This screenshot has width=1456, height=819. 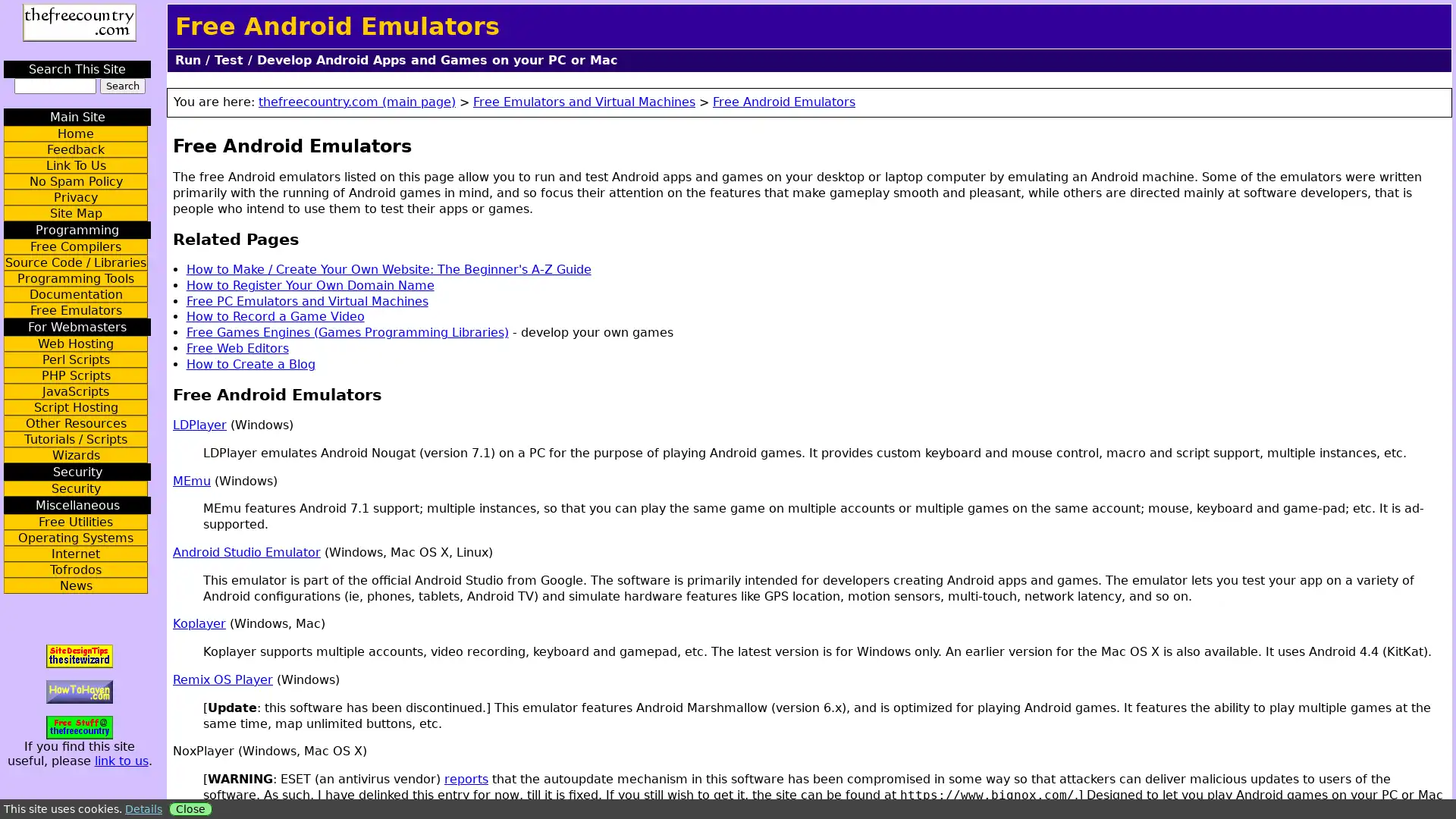 What do you see at coordinates (122, 86) in the screenshot?
I see `Search` at bounding box center [122, 86].